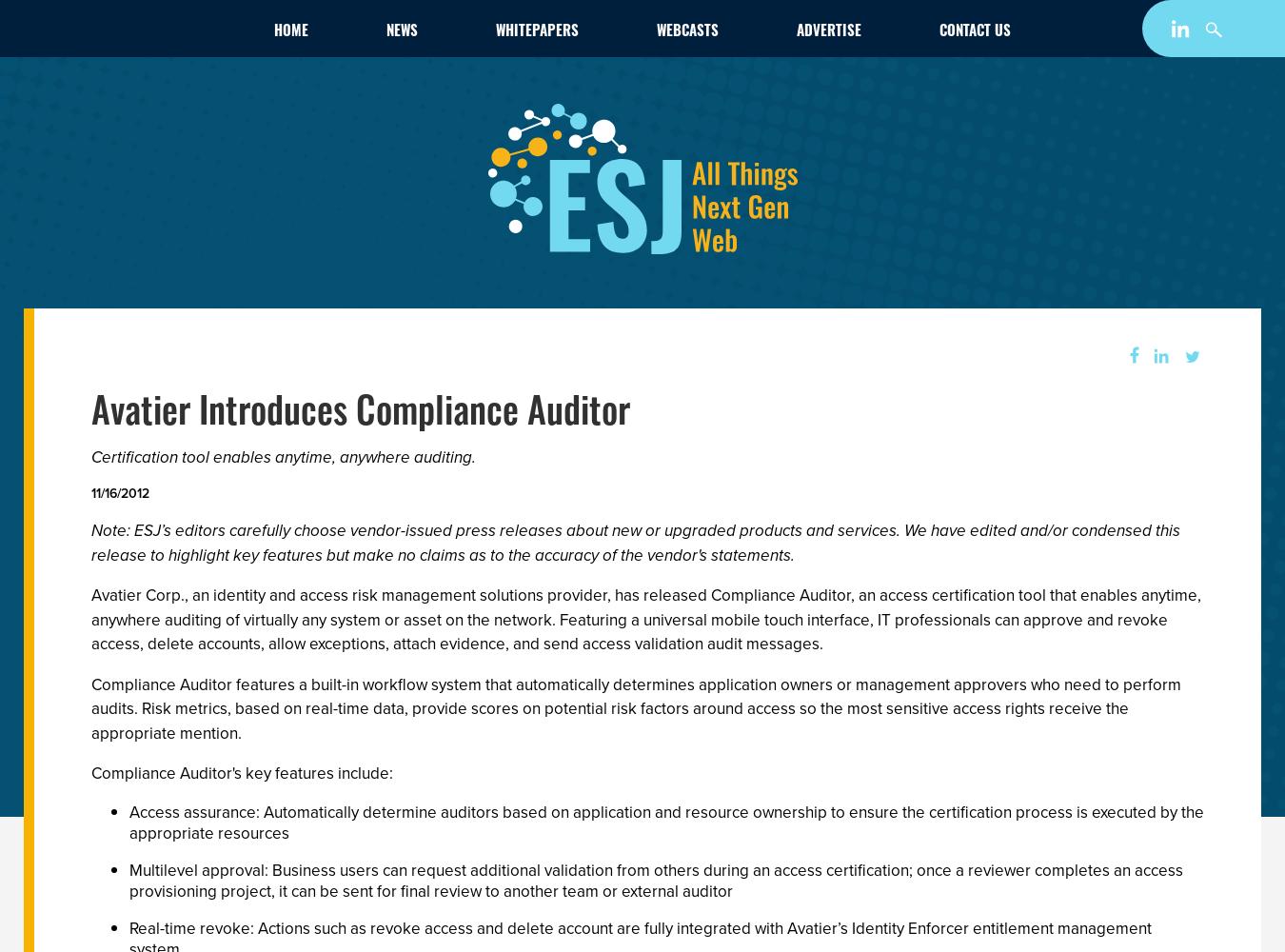 The height and width of the screenshot is (952, 1285). What do you see at coordinates (636, 707) in the screenshot?
I see `'Compliance Auditor features a built-in workflow system that automatically determines application owners or management approvers who need to perform audits. Risk metrics, based on real-time data, provide scores on potential risk factors around access so the most sensitive access rights receive the appropriate mention.'` at bounding box center [636, 707].